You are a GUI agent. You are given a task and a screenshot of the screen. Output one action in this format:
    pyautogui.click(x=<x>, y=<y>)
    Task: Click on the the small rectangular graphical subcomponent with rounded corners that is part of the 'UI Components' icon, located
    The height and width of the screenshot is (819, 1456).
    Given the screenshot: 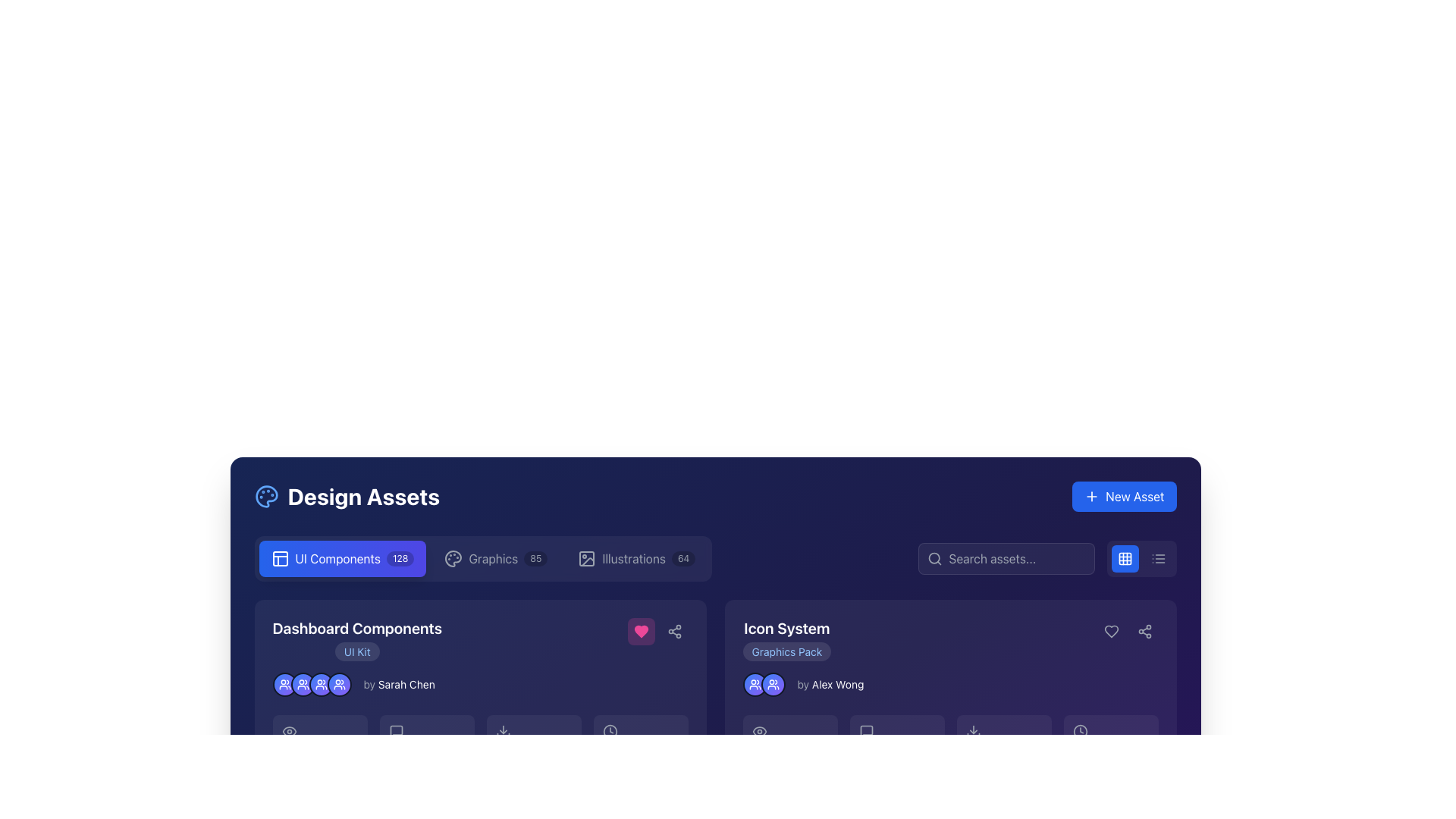 What is the action you would take?
    pyautogui.click(x=280, y=558)
    